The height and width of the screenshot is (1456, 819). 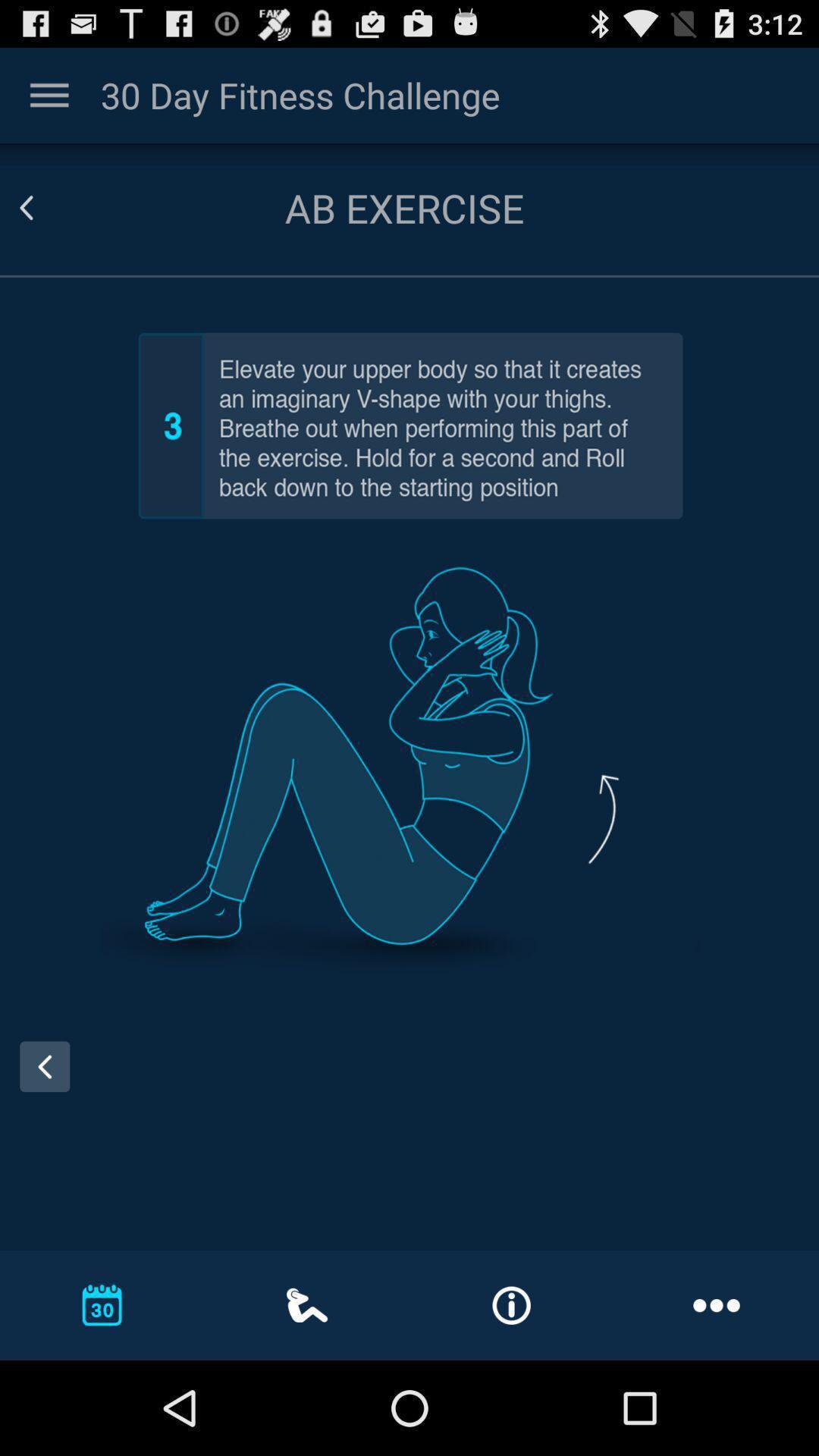 What do you see at coordinates (44, 221) in the screenshot?
I see `the arrow_backward icon` at bounding box center [44, 221].